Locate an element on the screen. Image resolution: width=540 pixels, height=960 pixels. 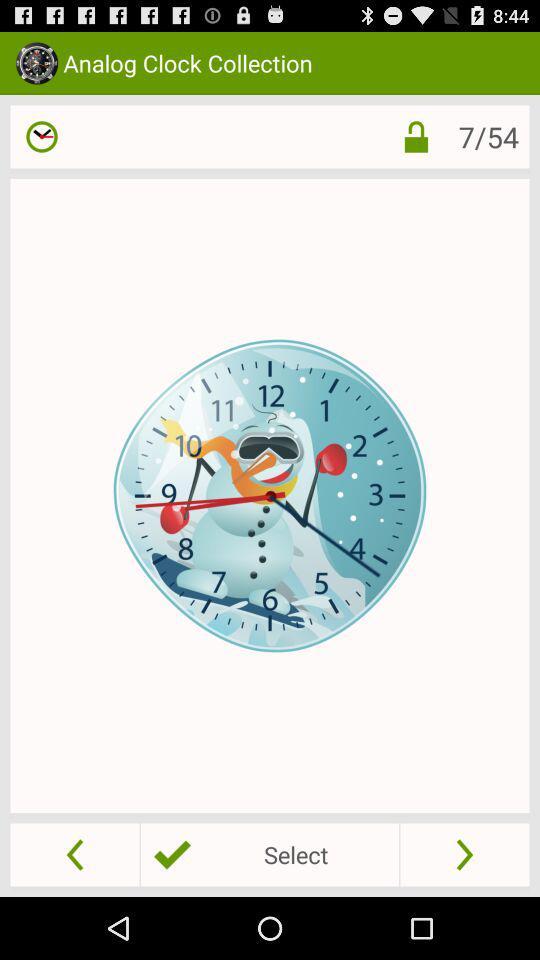
the arrow_backward icon is located at coordinates (74, 915).